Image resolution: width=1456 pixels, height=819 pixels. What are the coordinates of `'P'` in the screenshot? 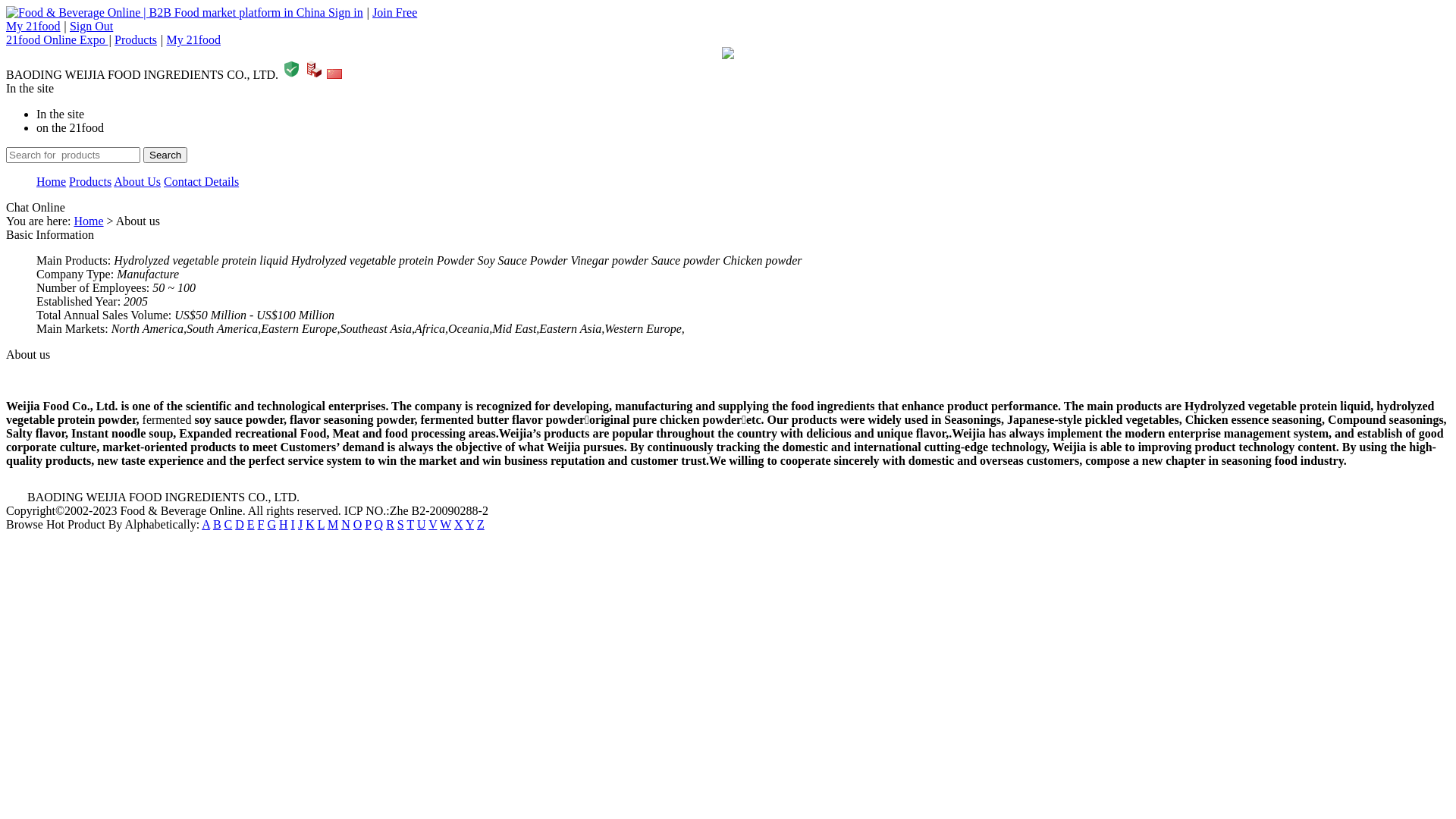 It's located at (364, 523).